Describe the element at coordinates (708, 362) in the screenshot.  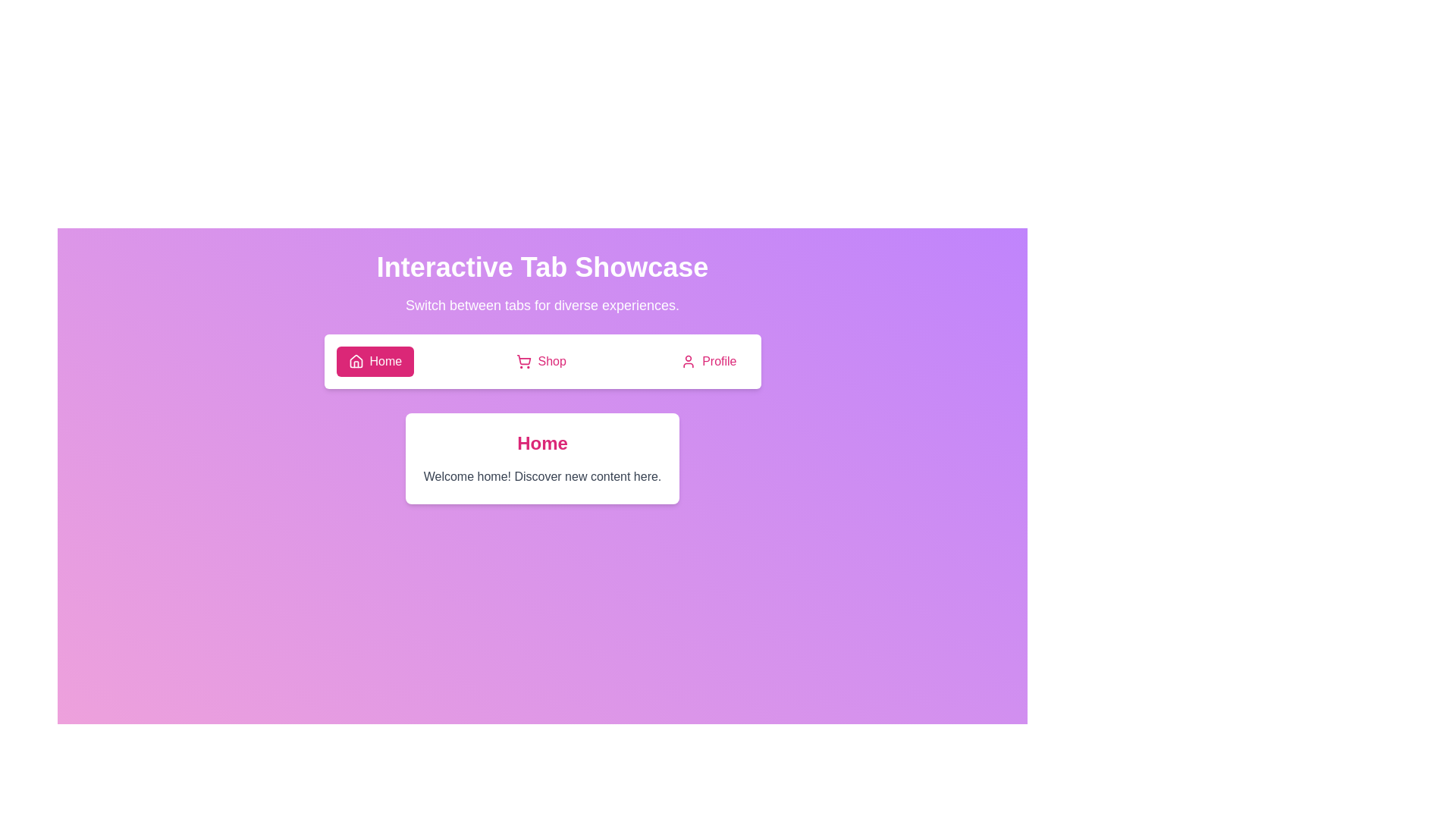
I see `the button labeled Profile to view its hover effect` at that location.